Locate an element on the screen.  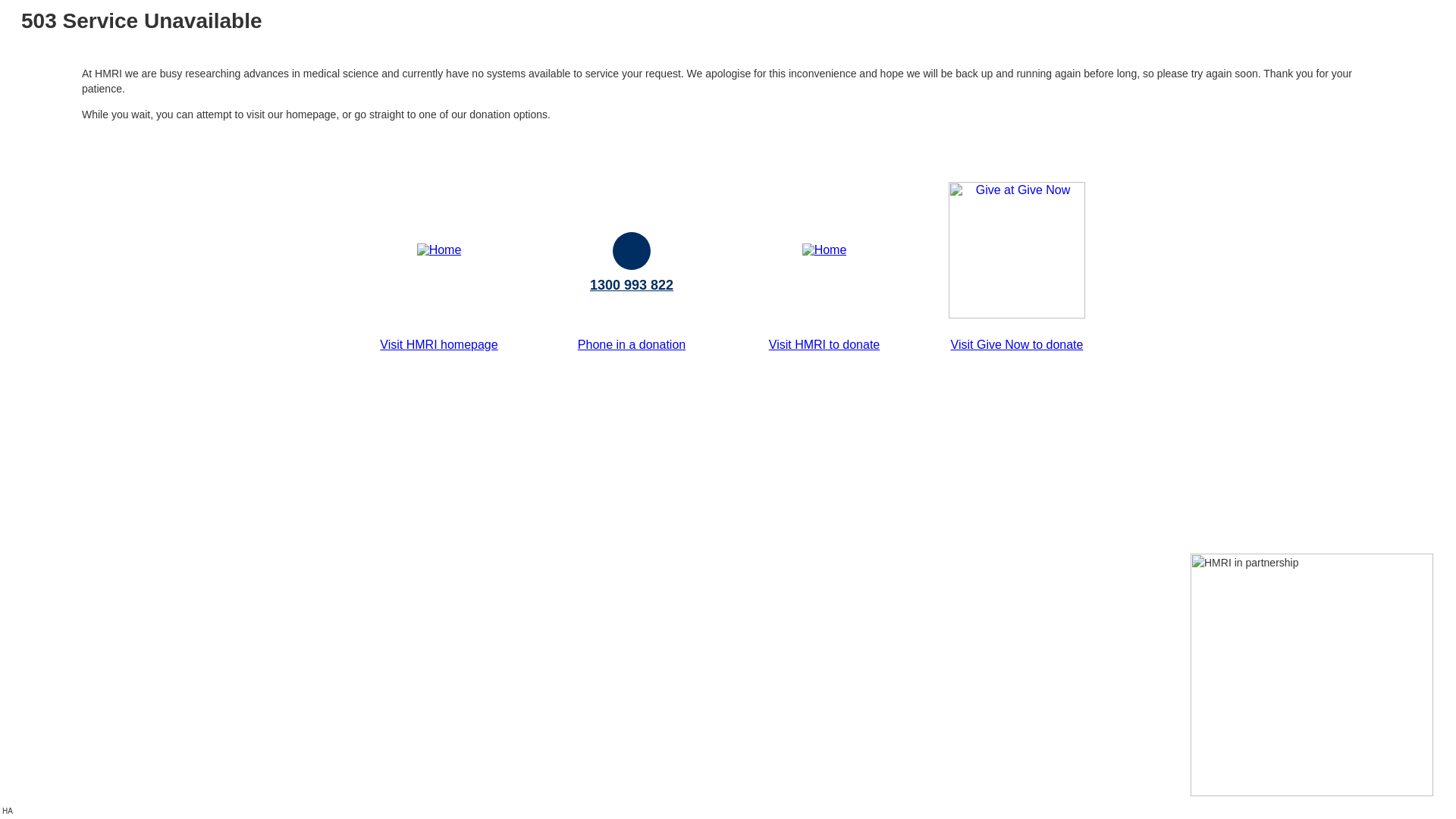
'Visit HMRI to donate' is located at coordinates (823, 344).